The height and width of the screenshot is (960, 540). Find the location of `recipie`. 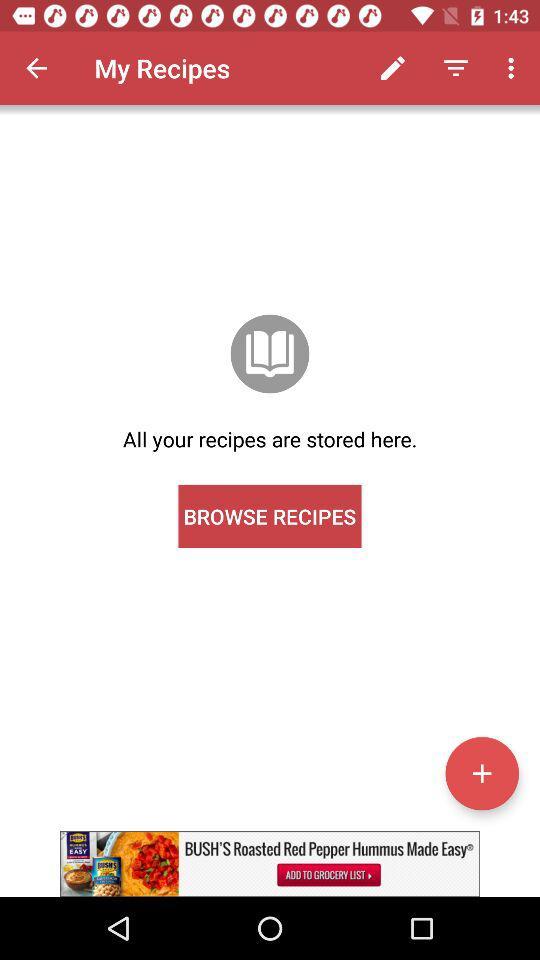

recipie is located at coordinates (481, 772).